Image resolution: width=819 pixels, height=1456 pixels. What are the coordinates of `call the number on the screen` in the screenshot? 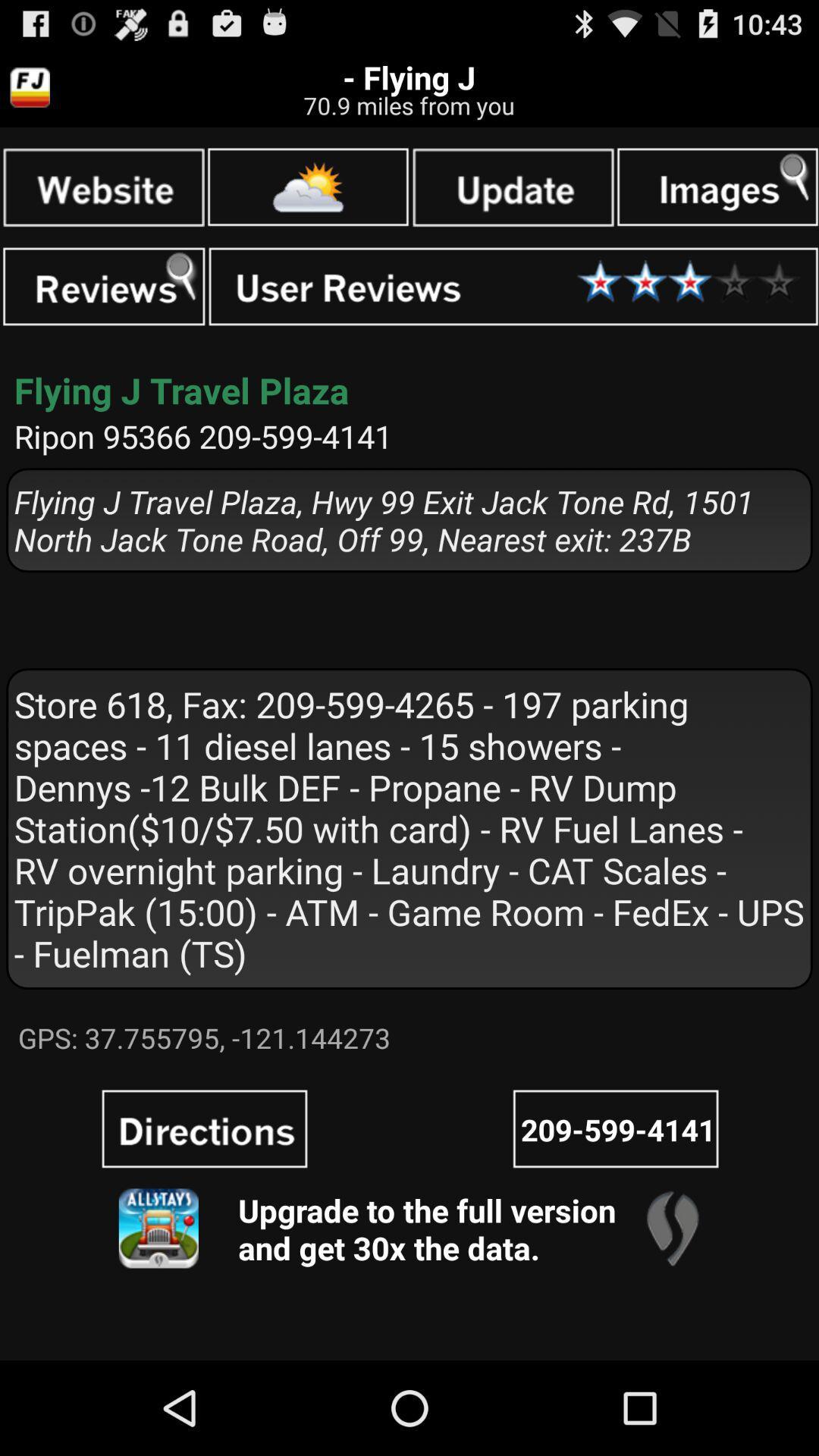 It's located at (616, 1128).